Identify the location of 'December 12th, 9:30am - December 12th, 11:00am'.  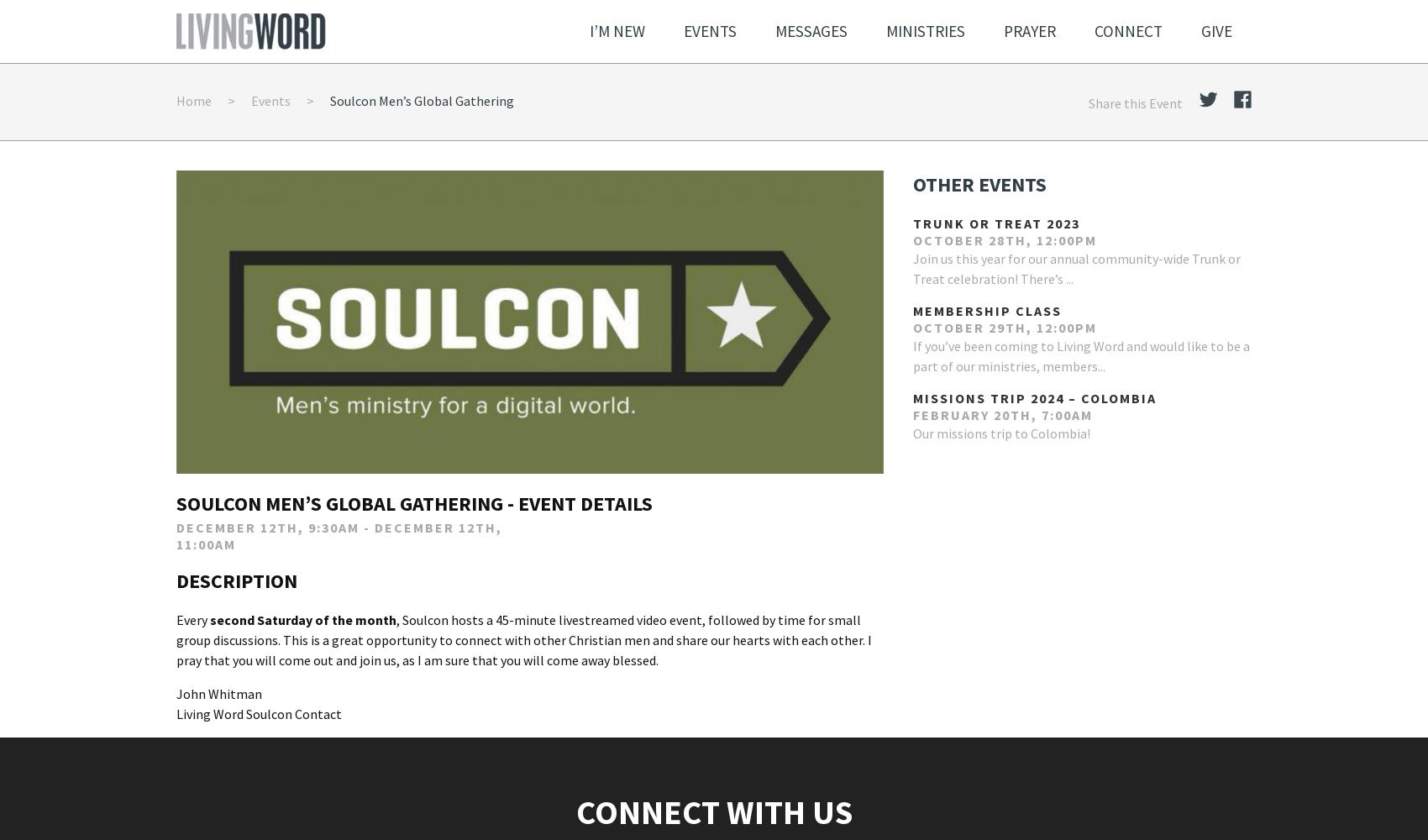
(338, 535).